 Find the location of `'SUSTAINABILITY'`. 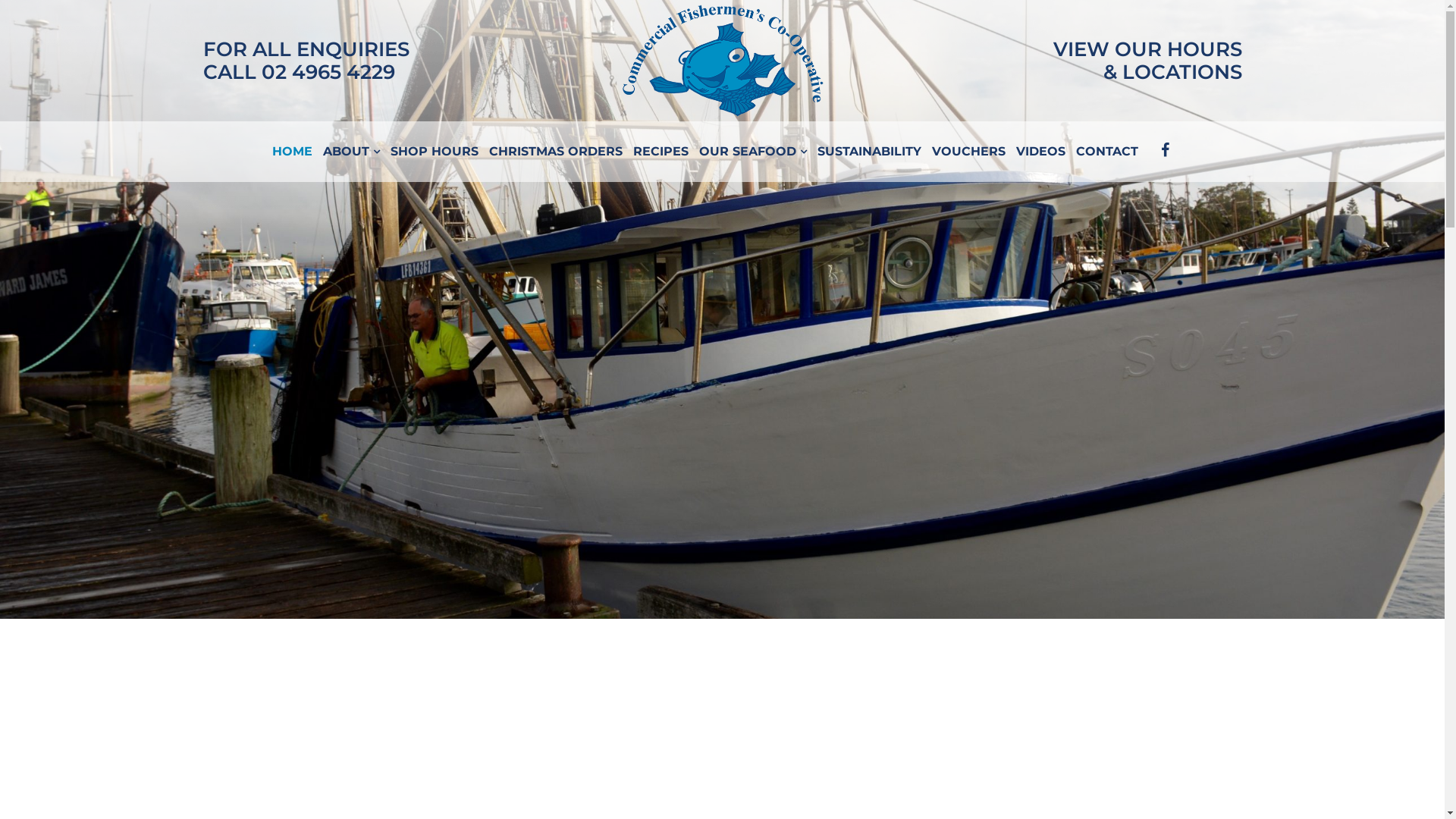

'SUSTAINABILITY' is located at coordinates (813, 152).